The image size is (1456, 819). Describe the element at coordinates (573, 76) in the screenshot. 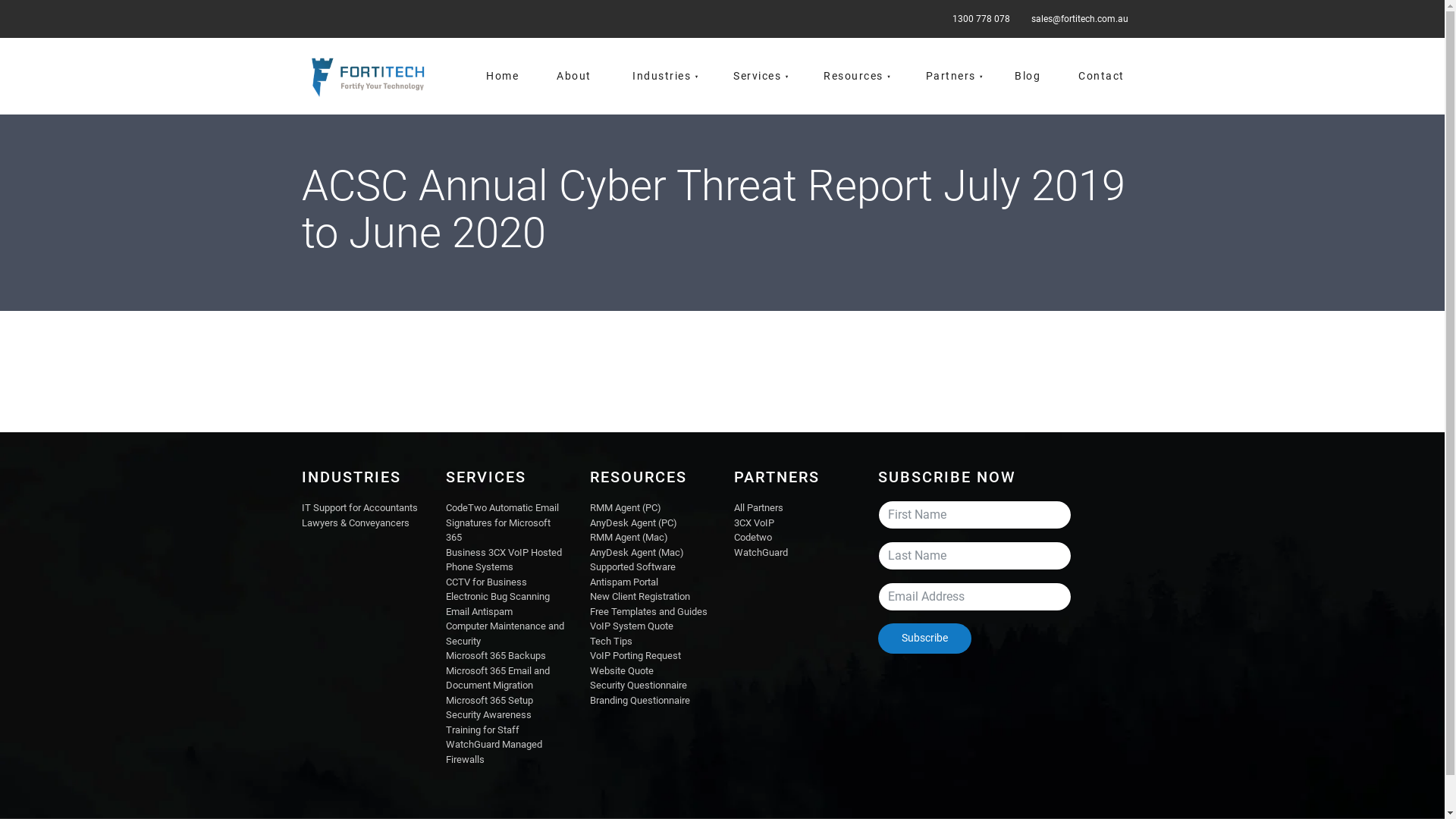

I see `'About'` at that location.